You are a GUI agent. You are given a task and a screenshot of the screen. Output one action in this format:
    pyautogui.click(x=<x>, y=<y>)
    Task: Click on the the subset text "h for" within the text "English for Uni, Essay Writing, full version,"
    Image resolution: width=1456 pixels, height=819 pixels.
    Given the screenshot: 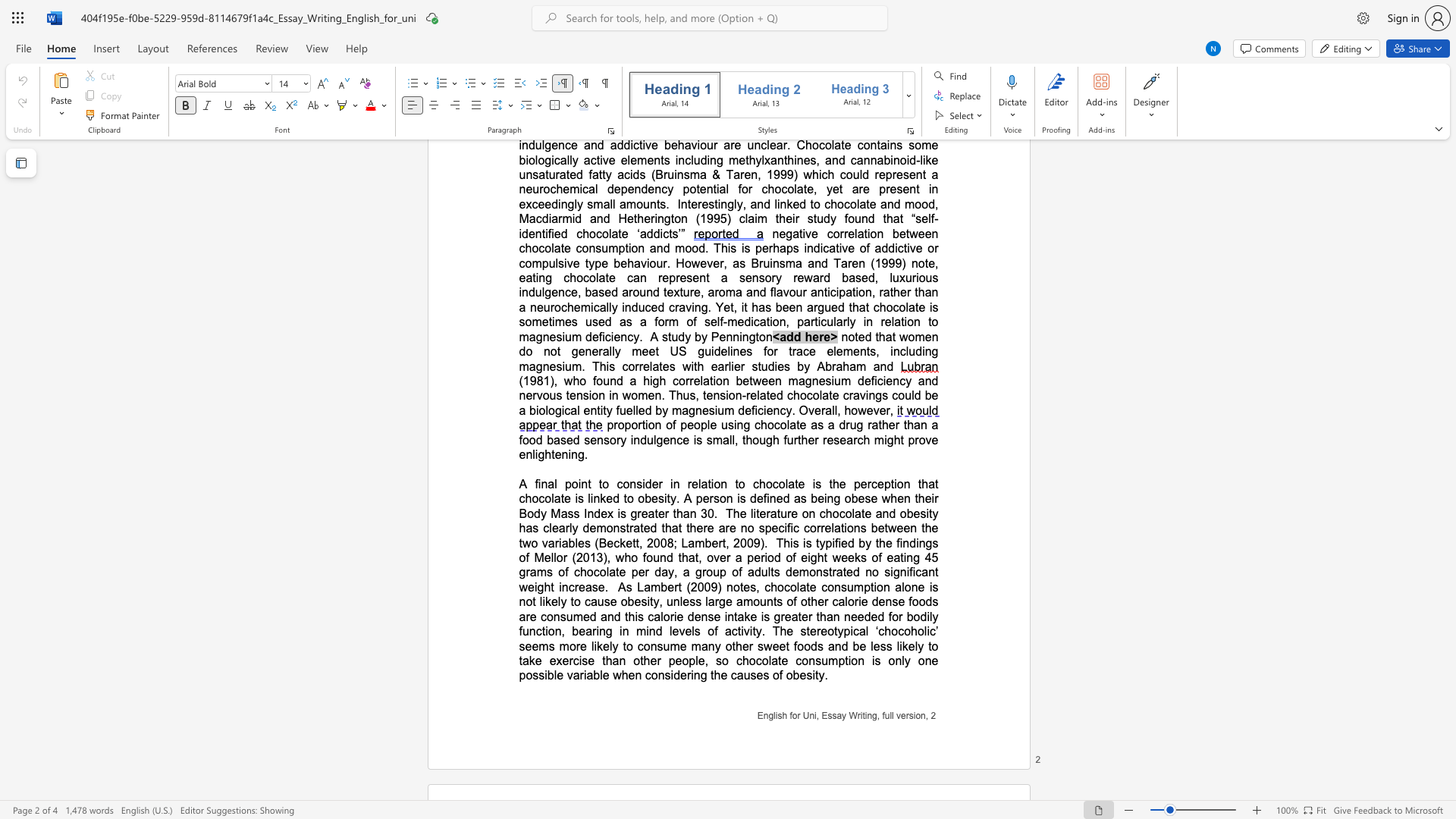 What is the action you would take?
    pyautogui.click(x=782, y=716)
    